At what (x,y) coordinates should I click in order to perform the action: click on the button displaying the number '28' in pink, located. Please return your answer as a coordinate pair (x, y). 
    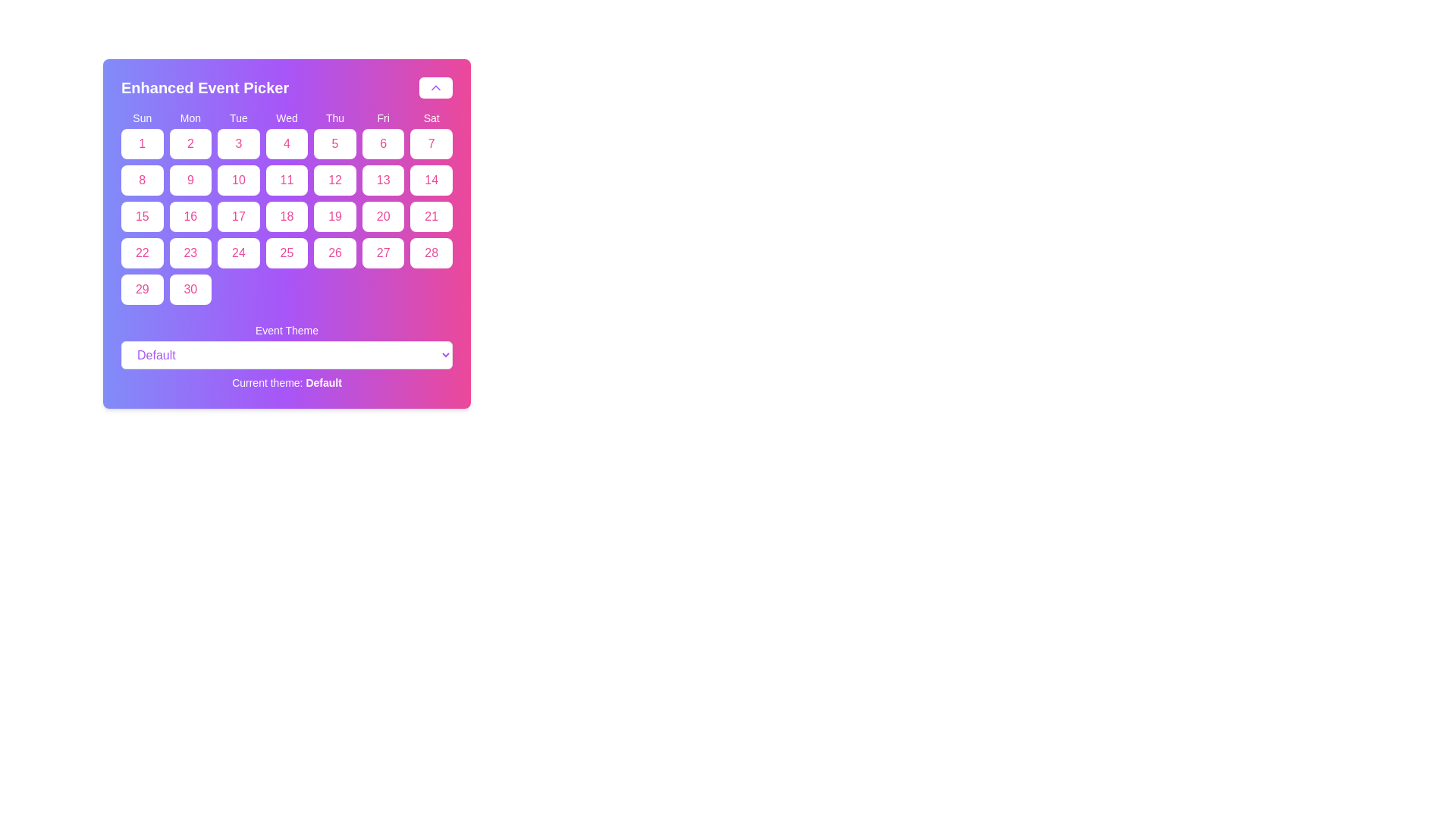
    Looking at the image, I should click on (431, 253).